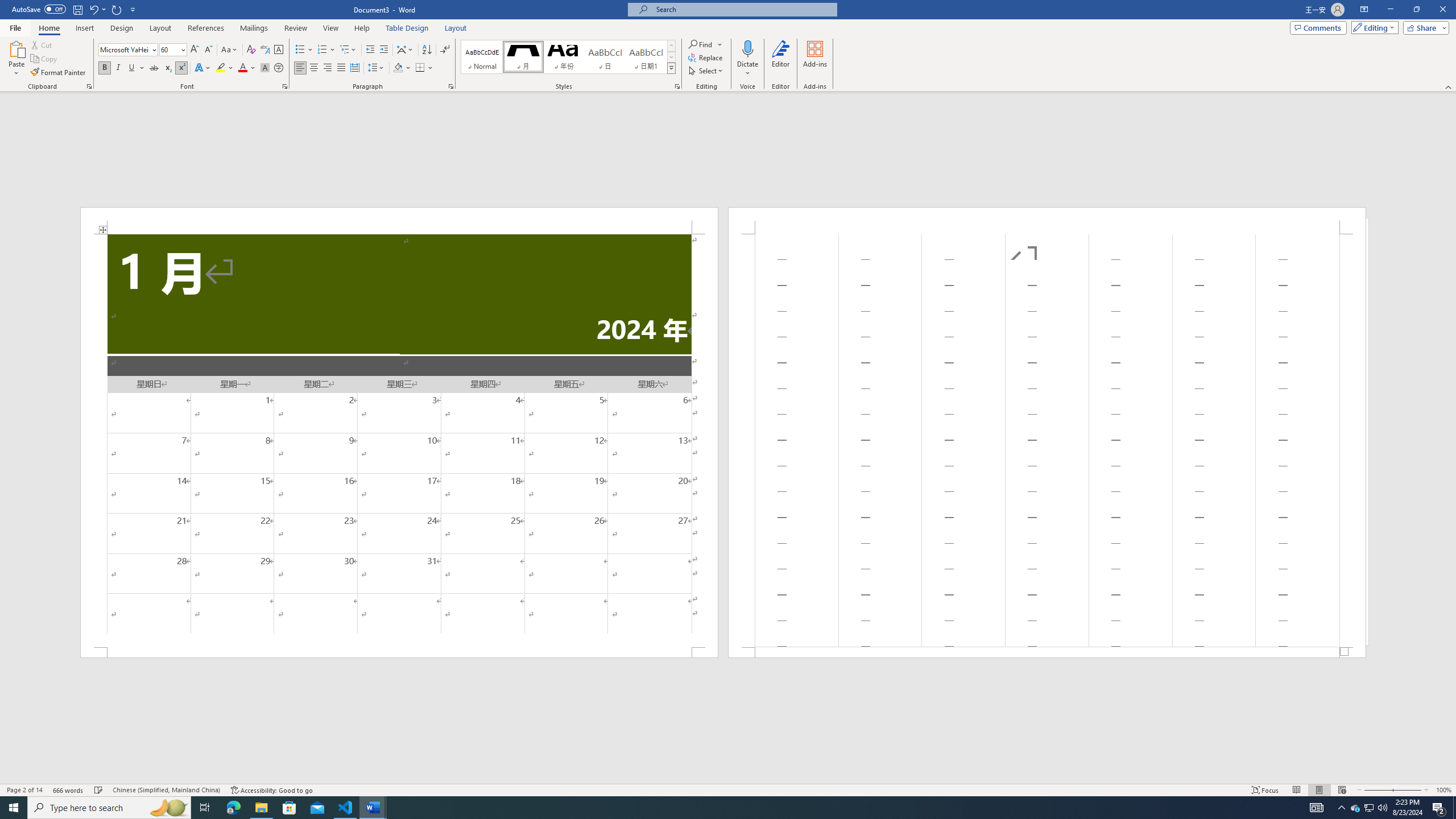 This screenshot has height=819, width=1456. What do you see at coordinates (398, 67) in the screenshot?
I see `'Shading RGB(0, 0, 0)'` at bounding box center [398, 67].